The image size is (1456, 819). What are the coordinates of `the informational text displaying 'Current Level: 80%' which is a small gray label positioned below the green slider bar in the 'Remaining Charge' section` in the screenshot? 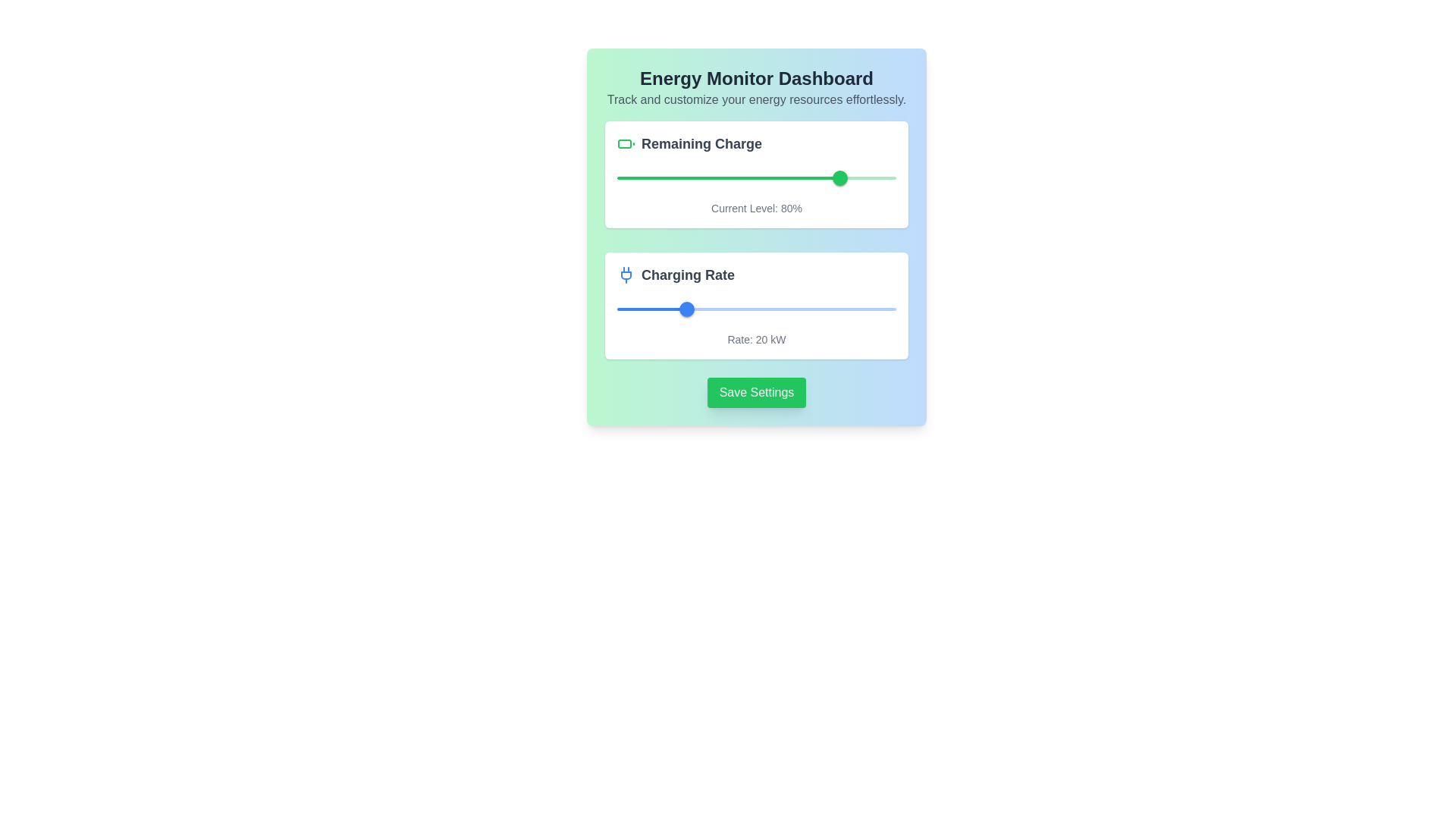 It's located at (757, 208).